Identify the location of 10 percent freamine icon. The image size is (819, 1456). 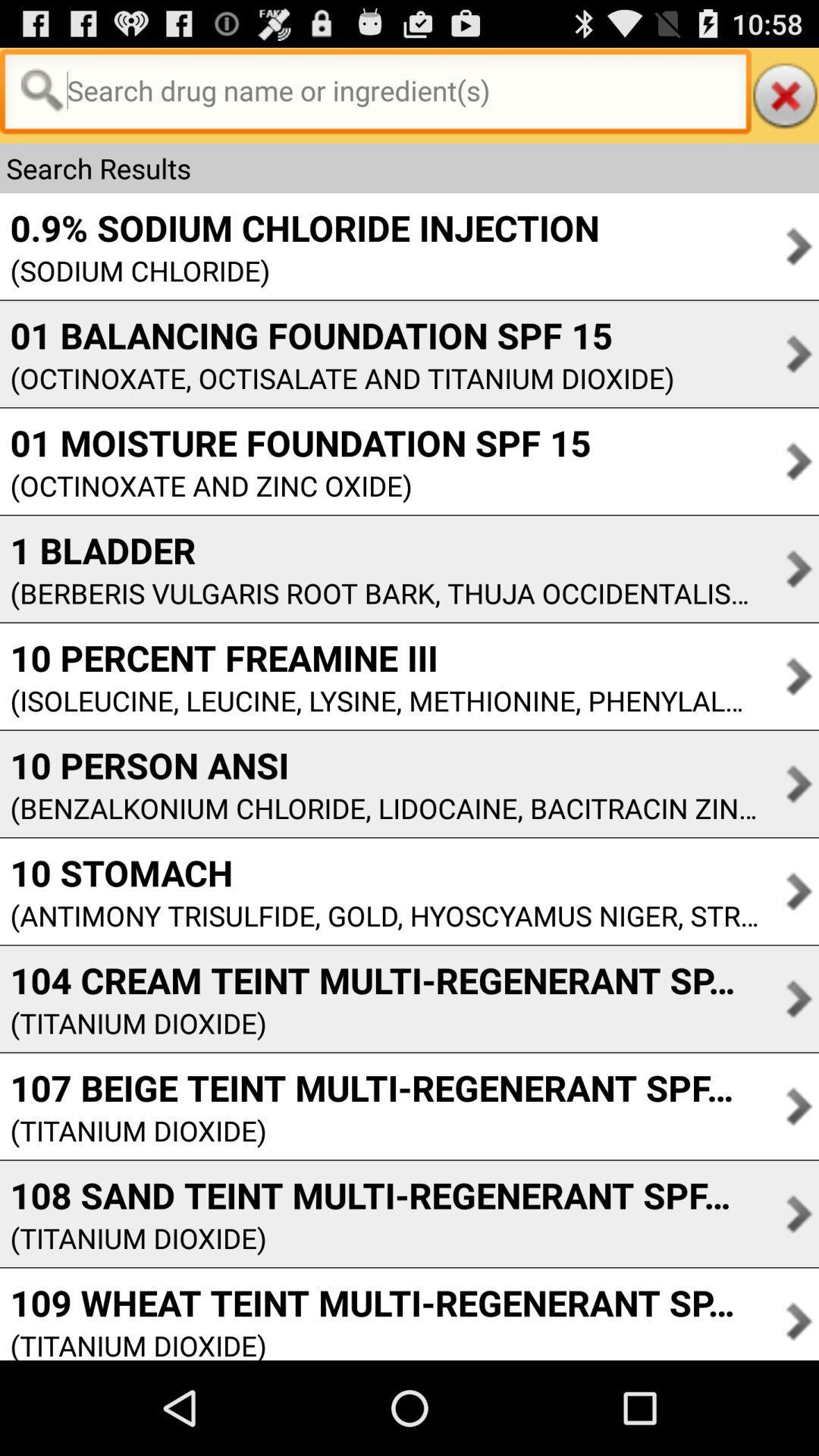
(378, 657).